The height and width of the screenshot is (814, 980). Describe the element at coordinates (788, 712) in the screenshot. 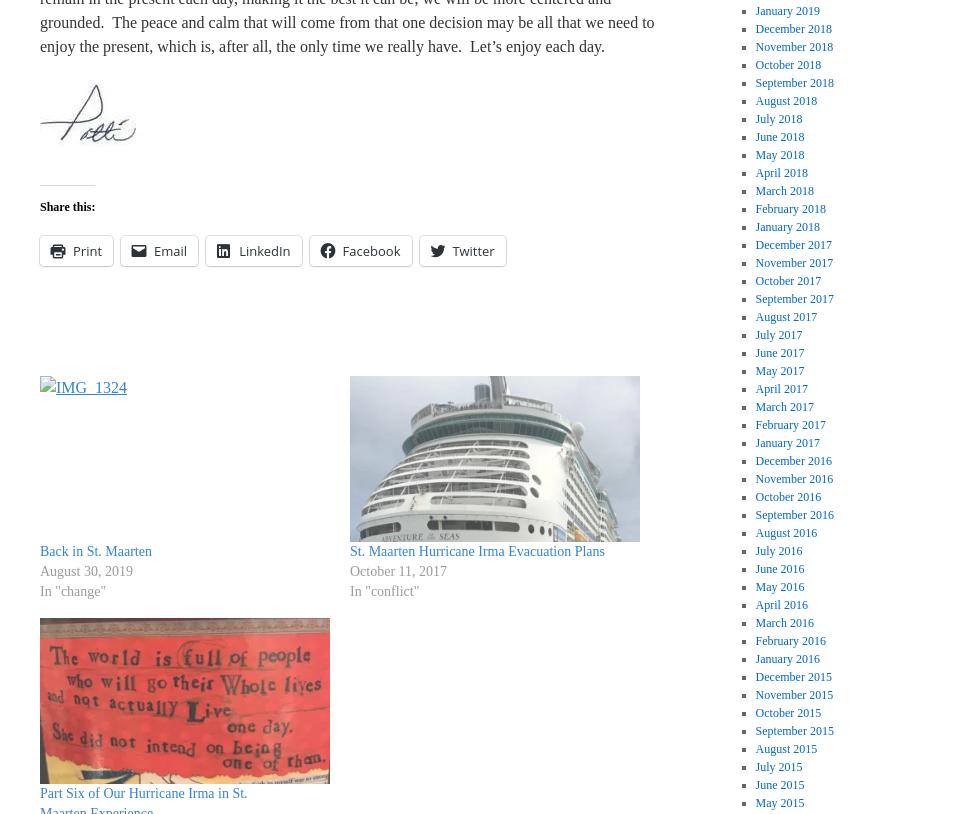

I see `'October 2015'` at that location.